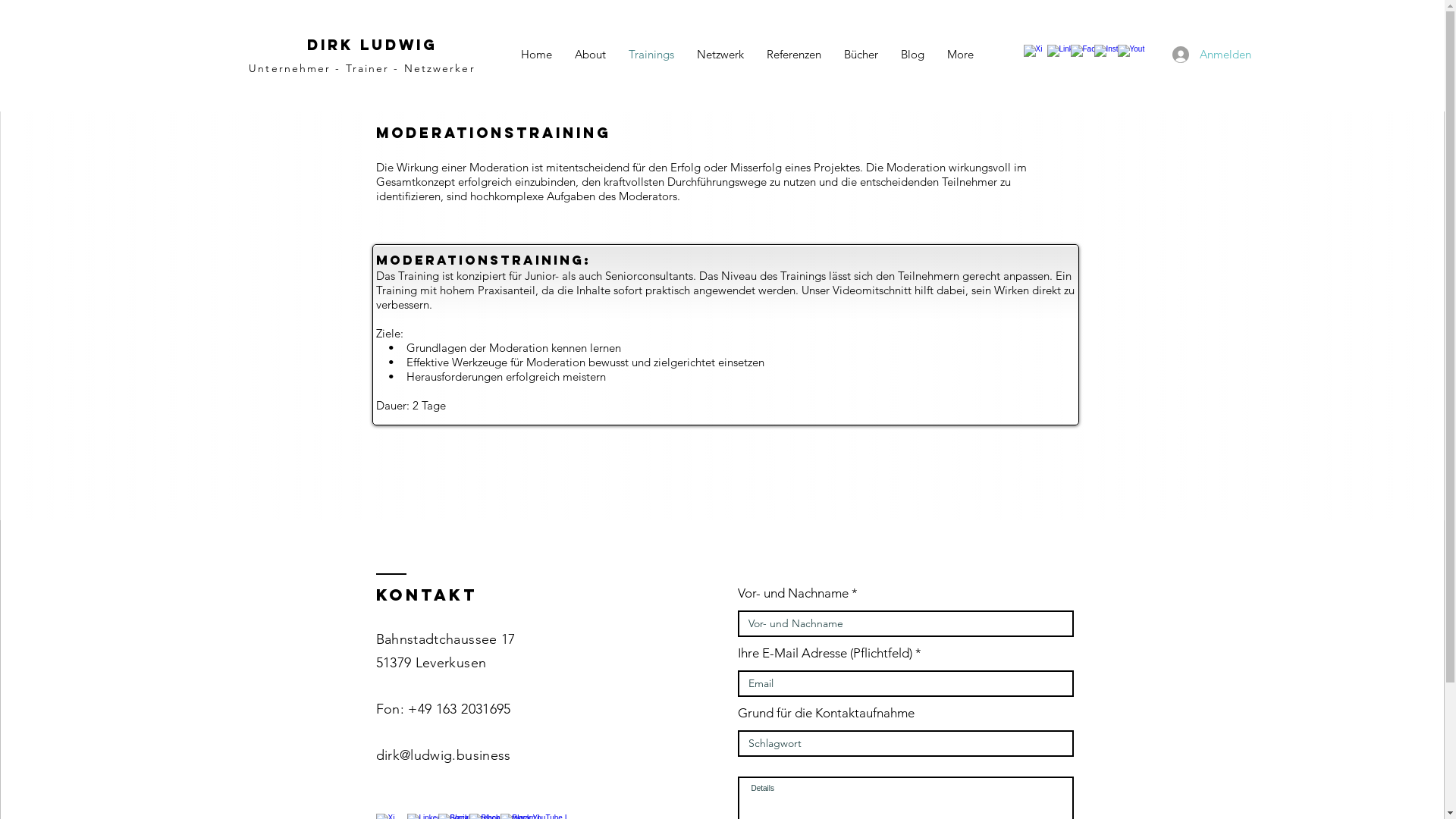 The height and width of the screenshot is (819, 1456). What do you see at coordinates (792, 54) in the screenshot?
I see `'Referenzen'` at bounding box center [792, 54].